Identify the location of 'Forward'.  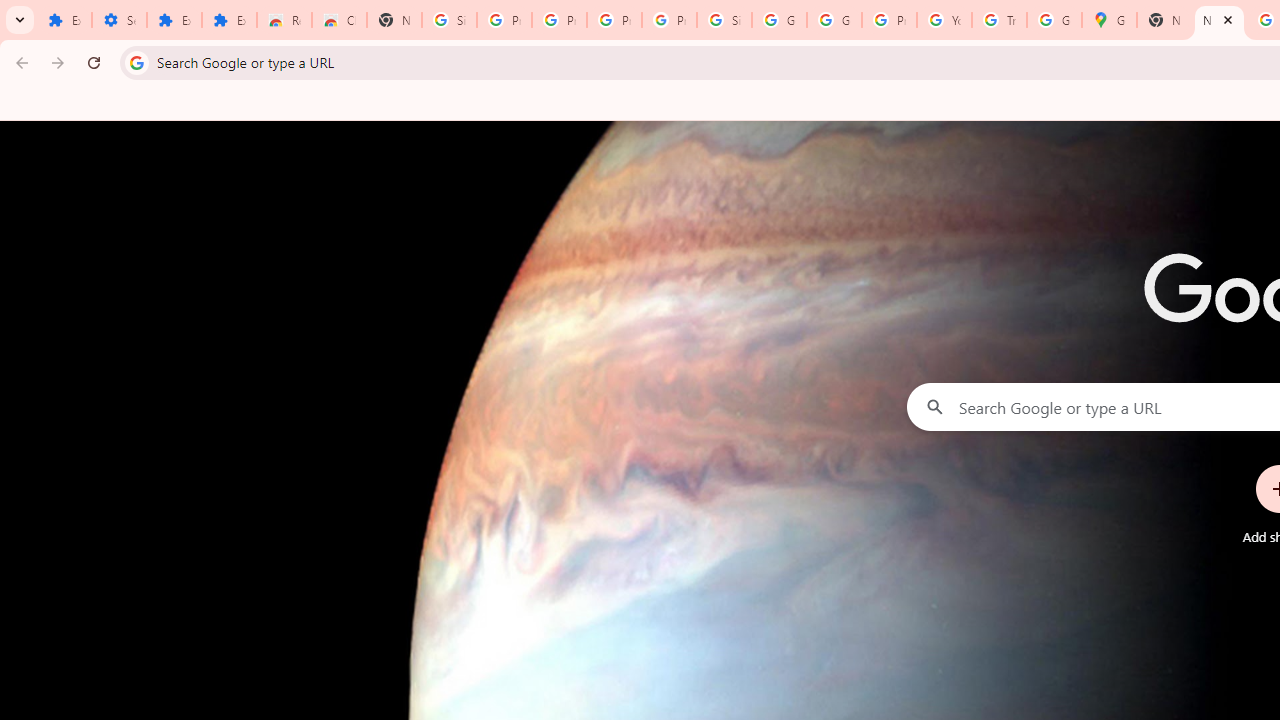
(58, 61).